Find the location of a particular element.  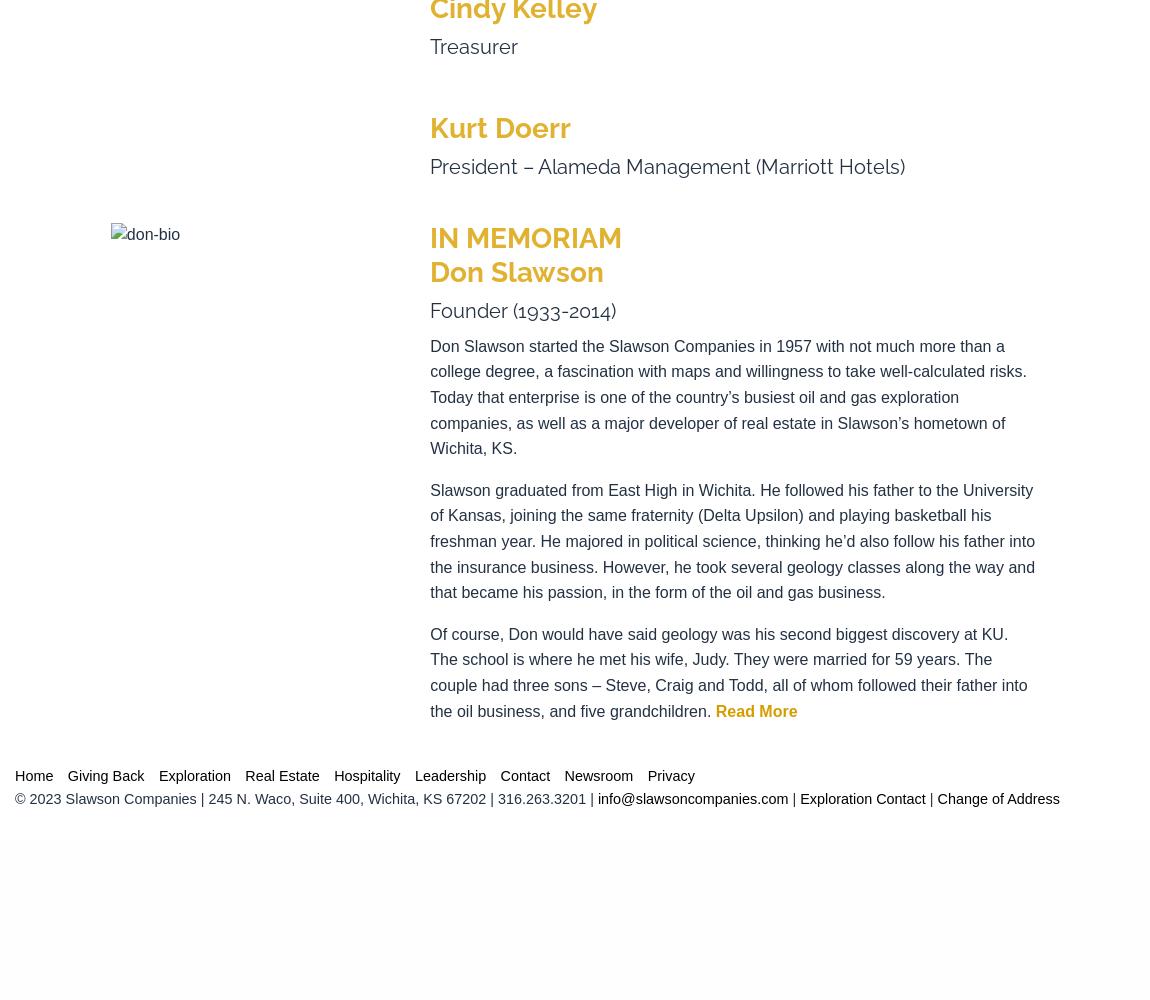

'Exploration' is located at coordinates (193, 775).